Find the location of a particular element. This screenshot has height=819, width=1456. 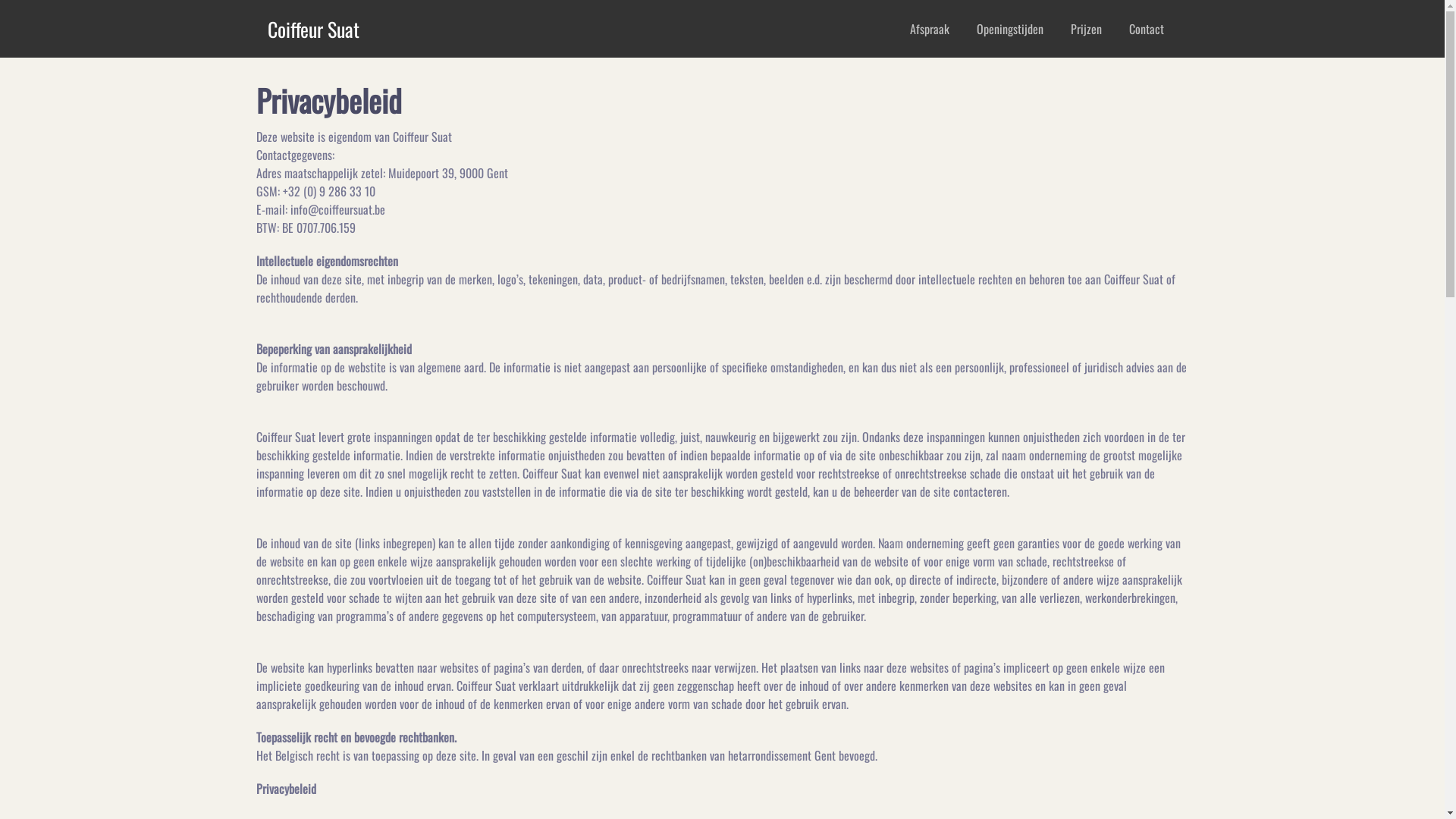

'Afspraak' is located at coordinates (896, 29).